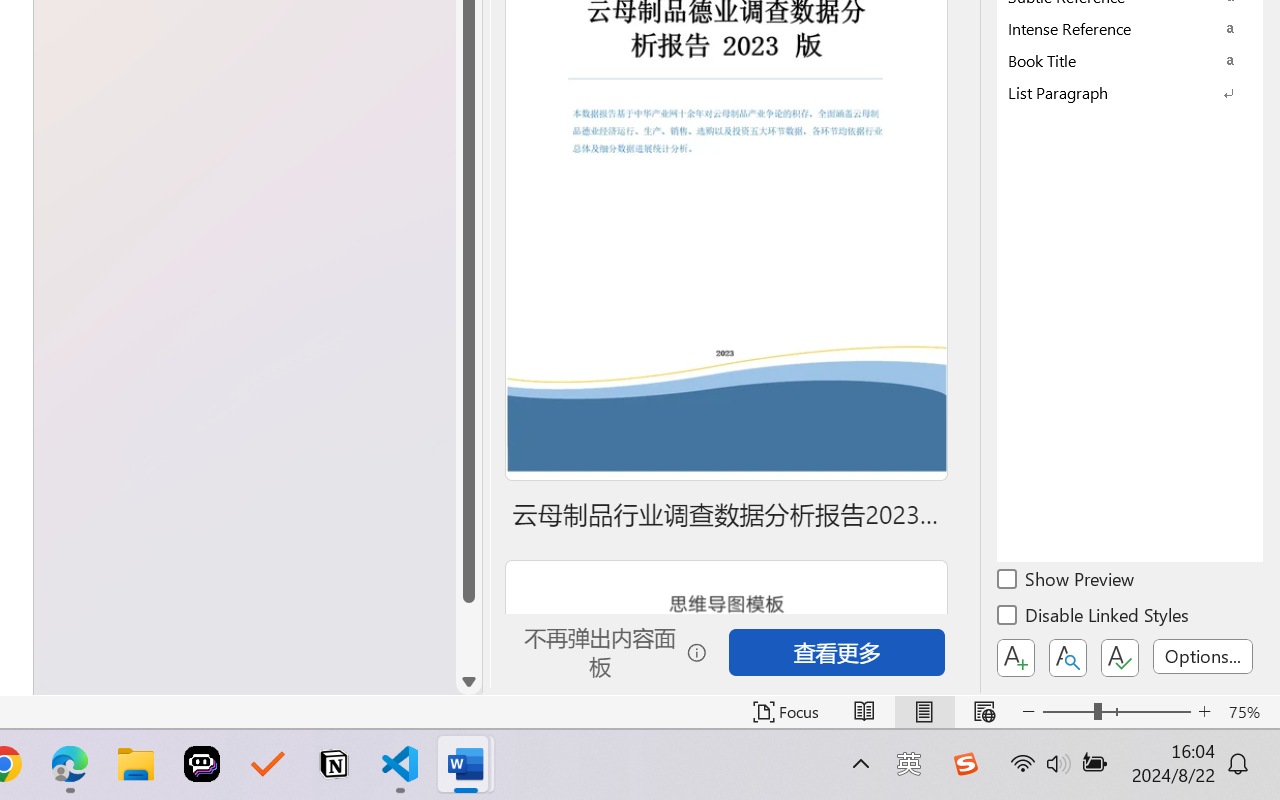  Describe the element at coordinates (1204, 711) in the screenshot. I see `'Zoom In'` at that location.